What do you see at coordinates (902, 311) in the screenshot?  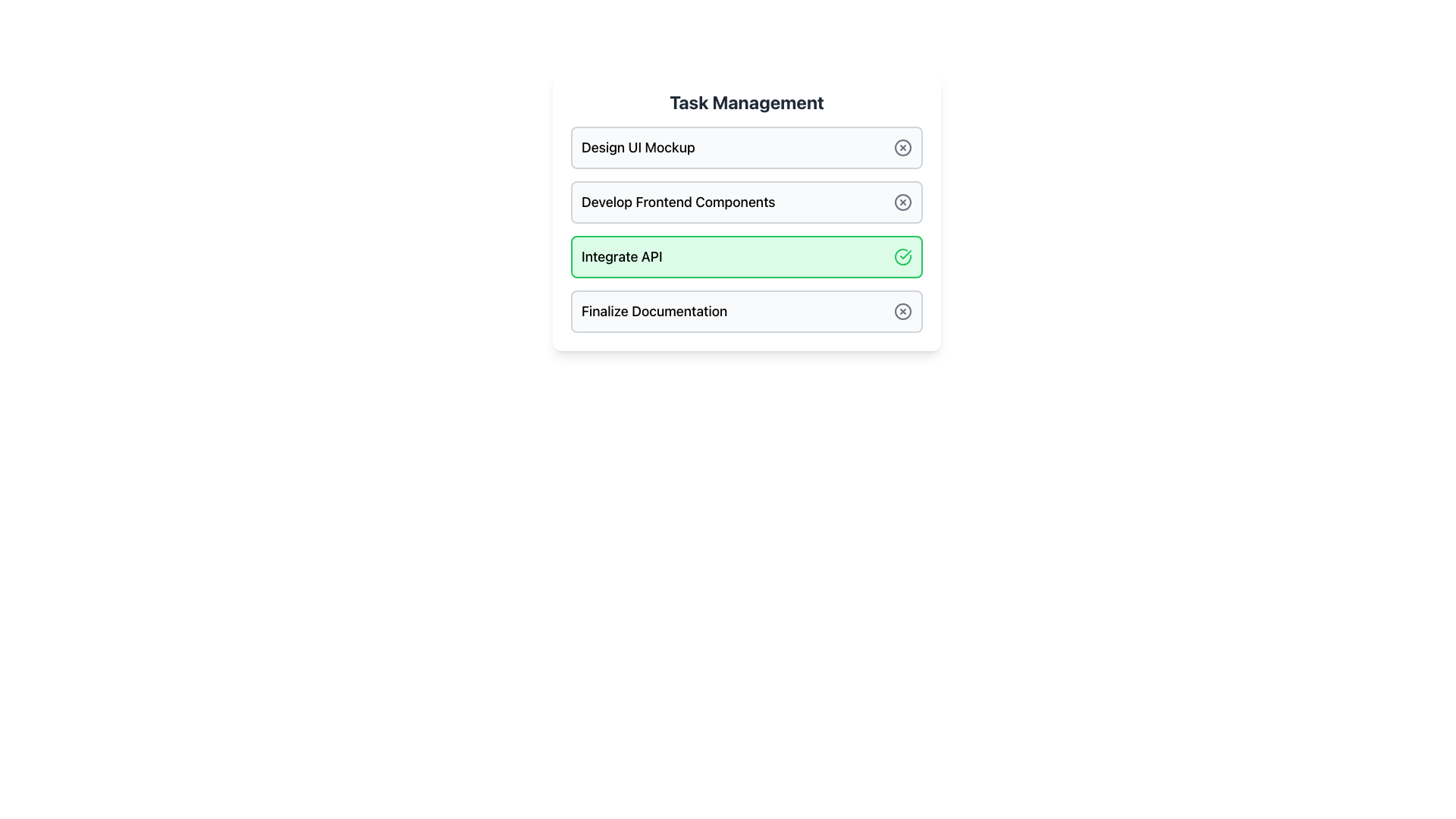 I see `the cancel button located at the right end of the 'Finalize Documentation' task row in the task management list` at bounding box center [902, 311].